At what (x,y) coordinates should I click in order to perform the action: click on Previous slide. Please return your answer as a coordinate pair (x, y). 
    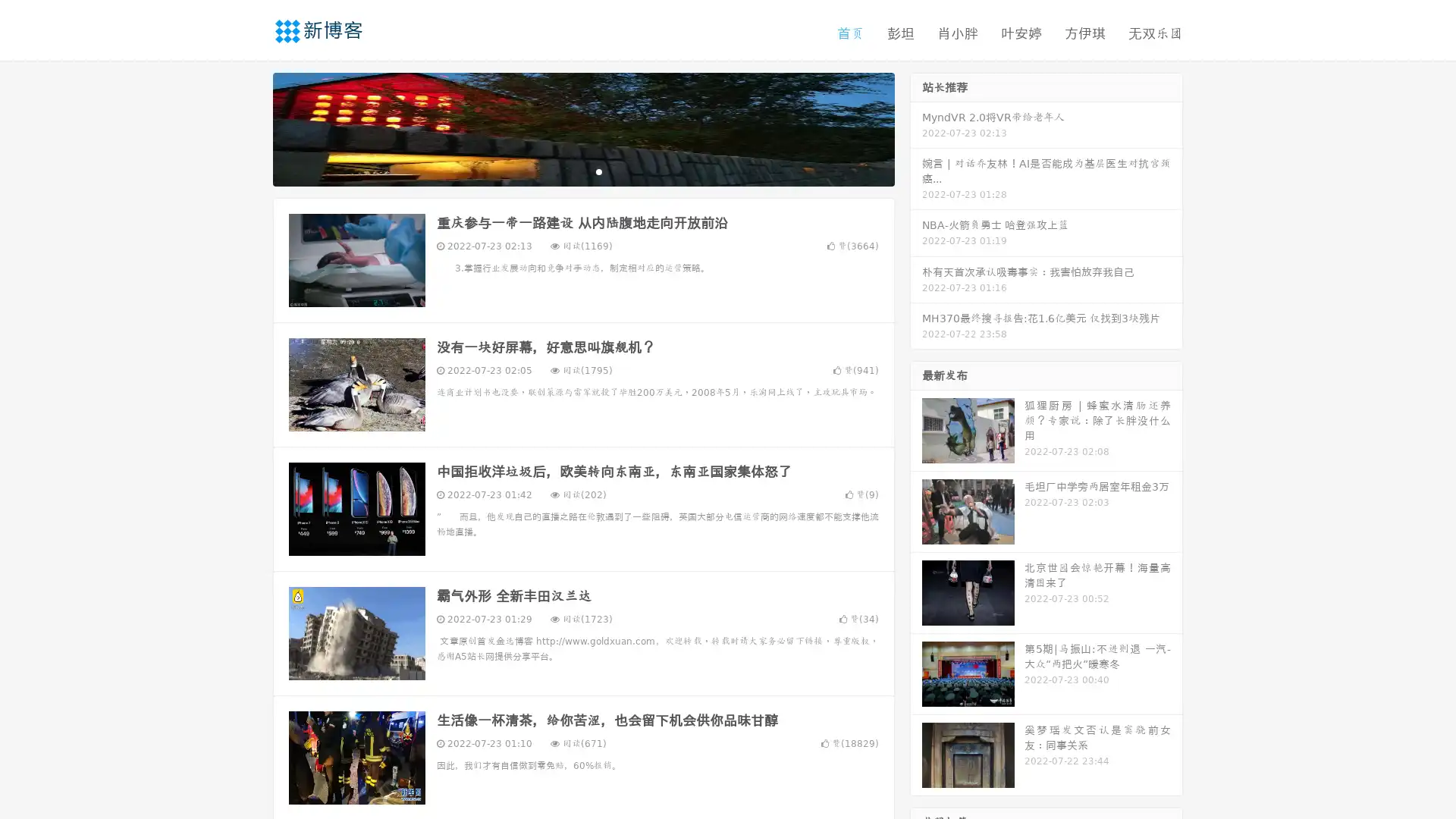
    Looking at the image, I should click on (250, 127).